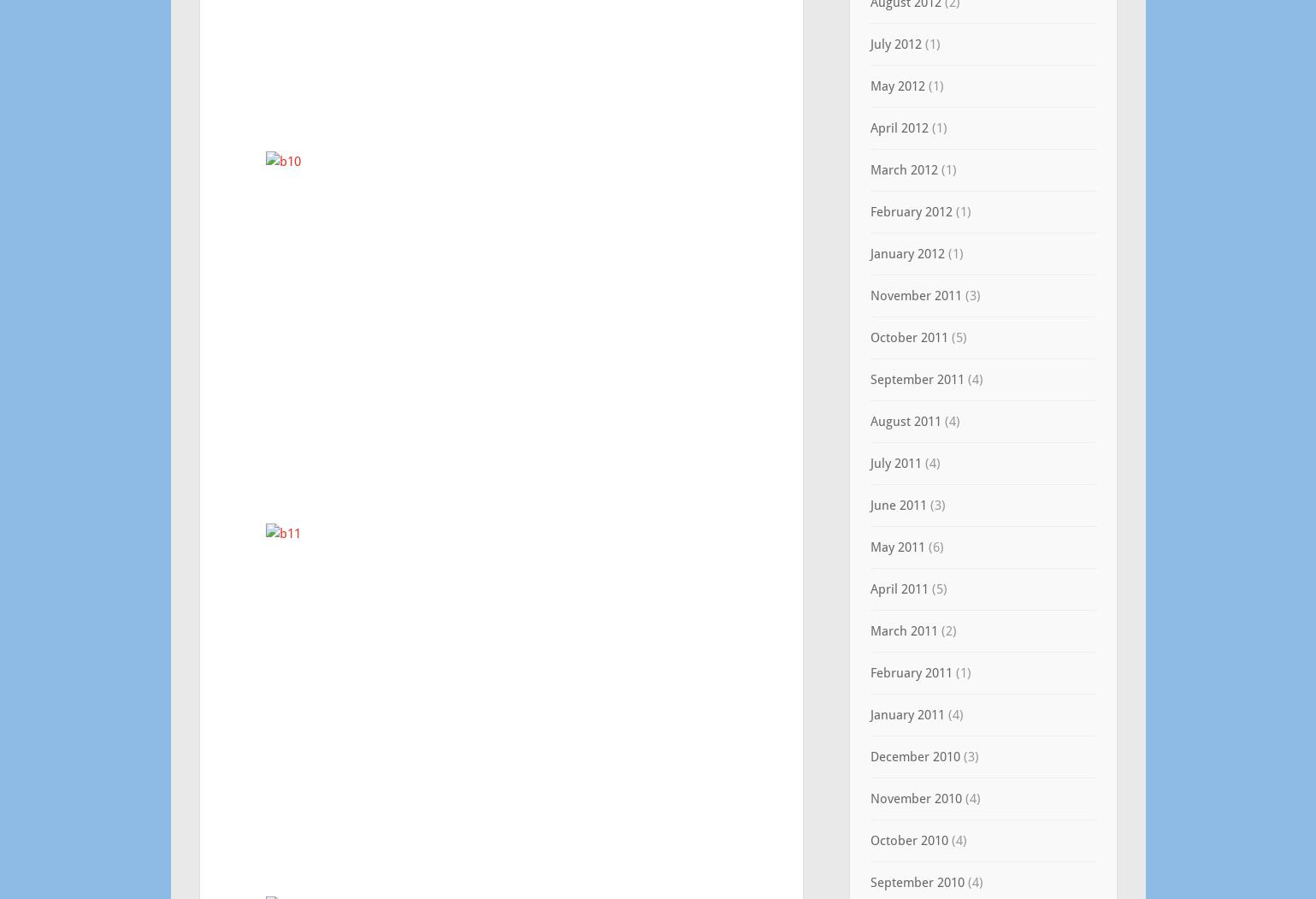 The image size is (1316, 899). What do you see at coordinates (923, 546) in the screenshot?
I see `'(6)'` at bounding box center [923, 546].